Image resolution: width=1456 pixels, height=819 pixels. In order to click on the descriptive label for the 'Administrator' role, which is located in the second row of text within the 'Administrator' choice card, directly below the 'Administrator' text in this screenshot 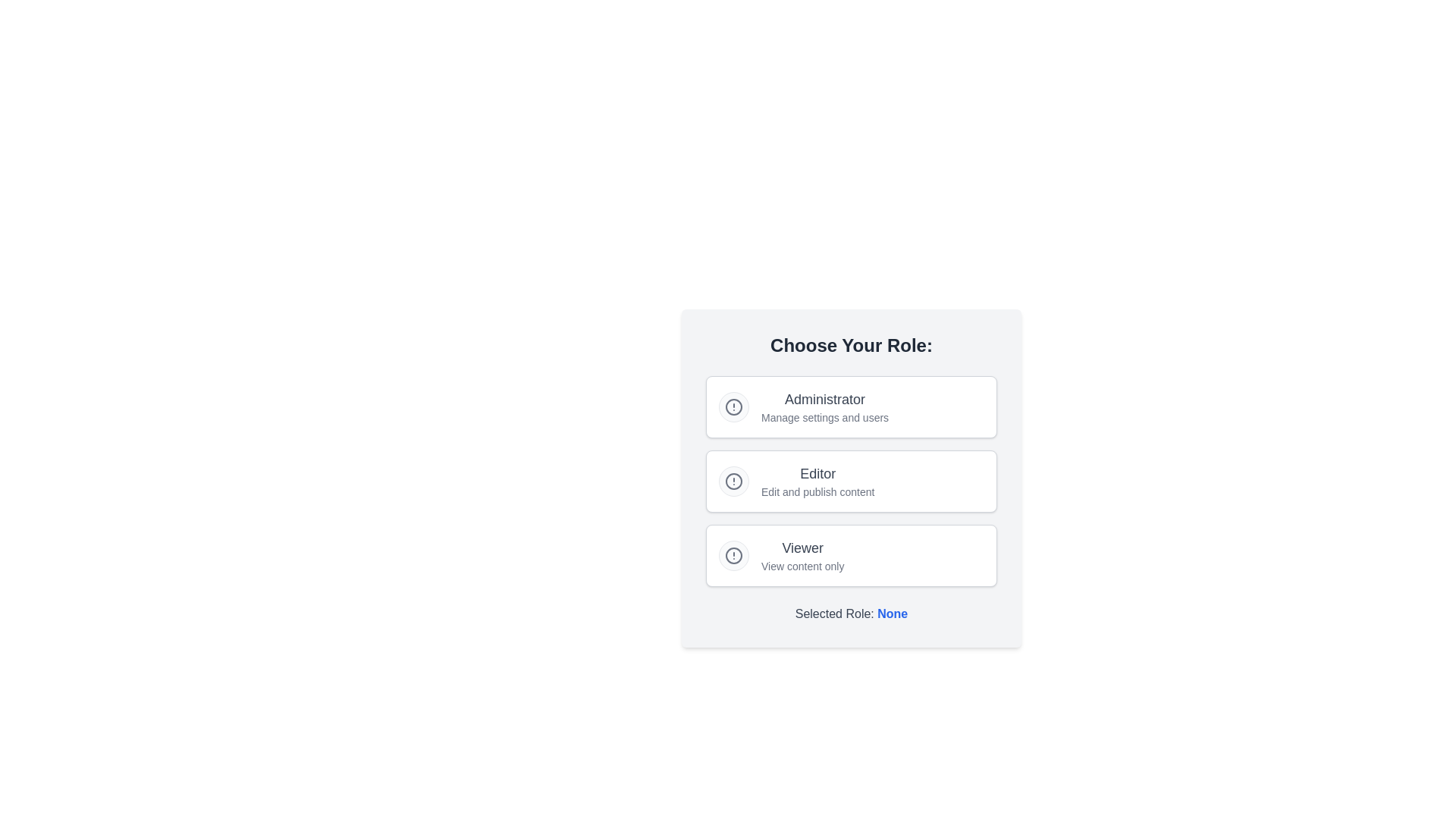, I will do `click(824, 418)`.